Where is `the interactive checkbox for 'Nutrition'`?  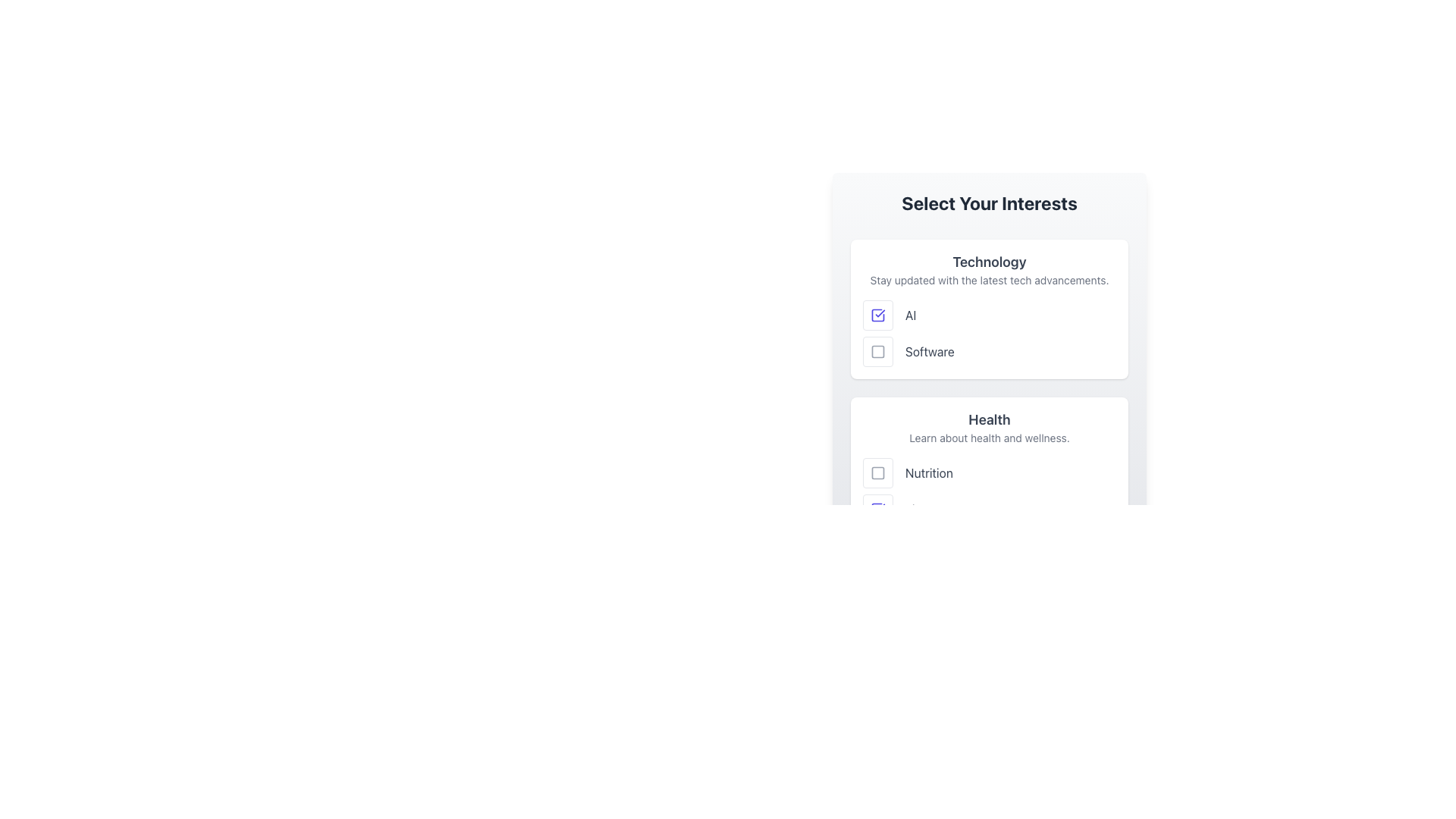
the interactive checkbox for 'Nutrition' is located at coordinates (877, 472).